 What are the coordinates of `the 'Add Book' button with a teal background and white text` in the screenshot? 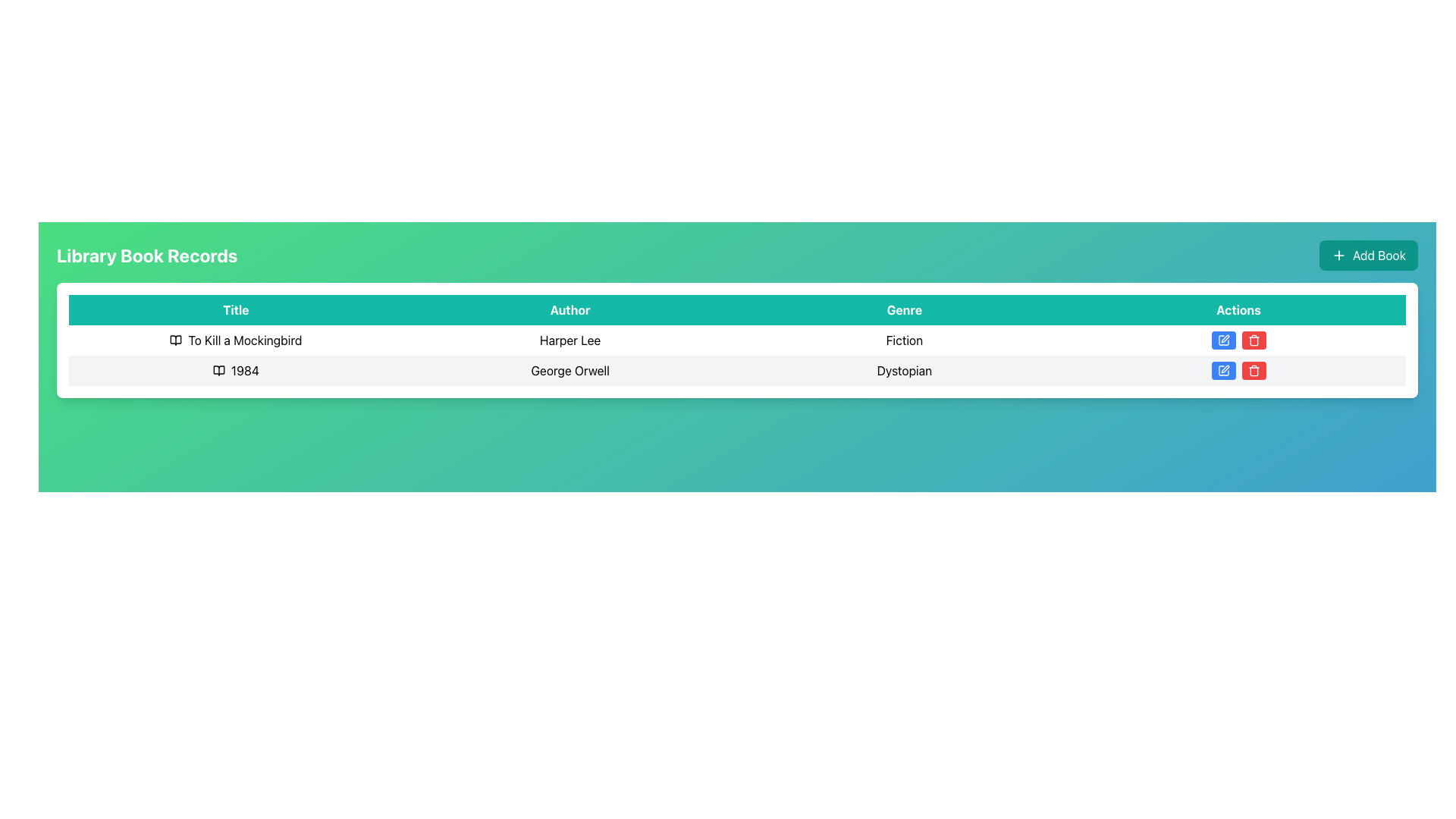 It's located at (1368, 254).